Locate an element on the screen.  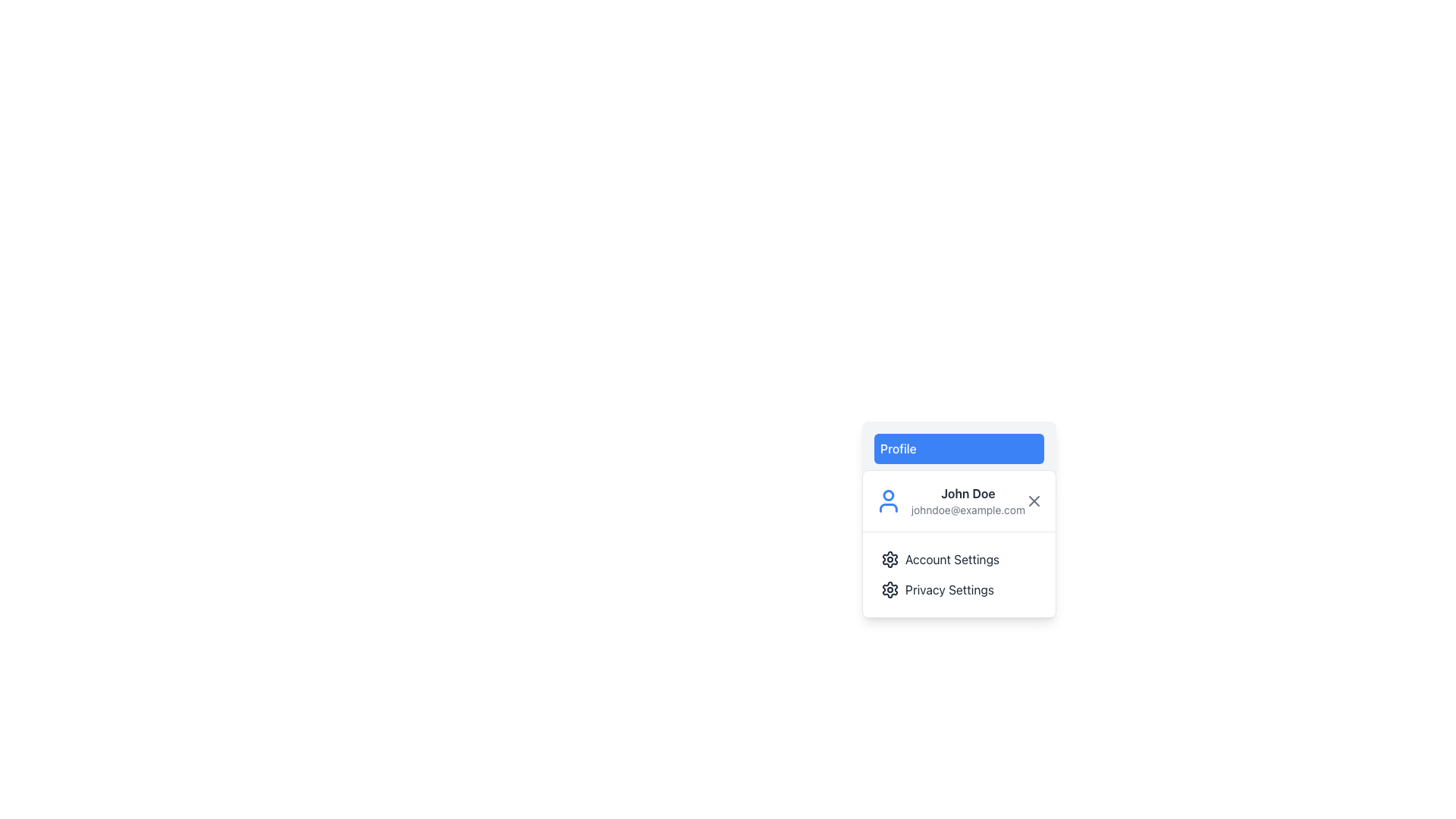
the dropdown panel below the 'Profile' button is located at coordinates (959, 543).